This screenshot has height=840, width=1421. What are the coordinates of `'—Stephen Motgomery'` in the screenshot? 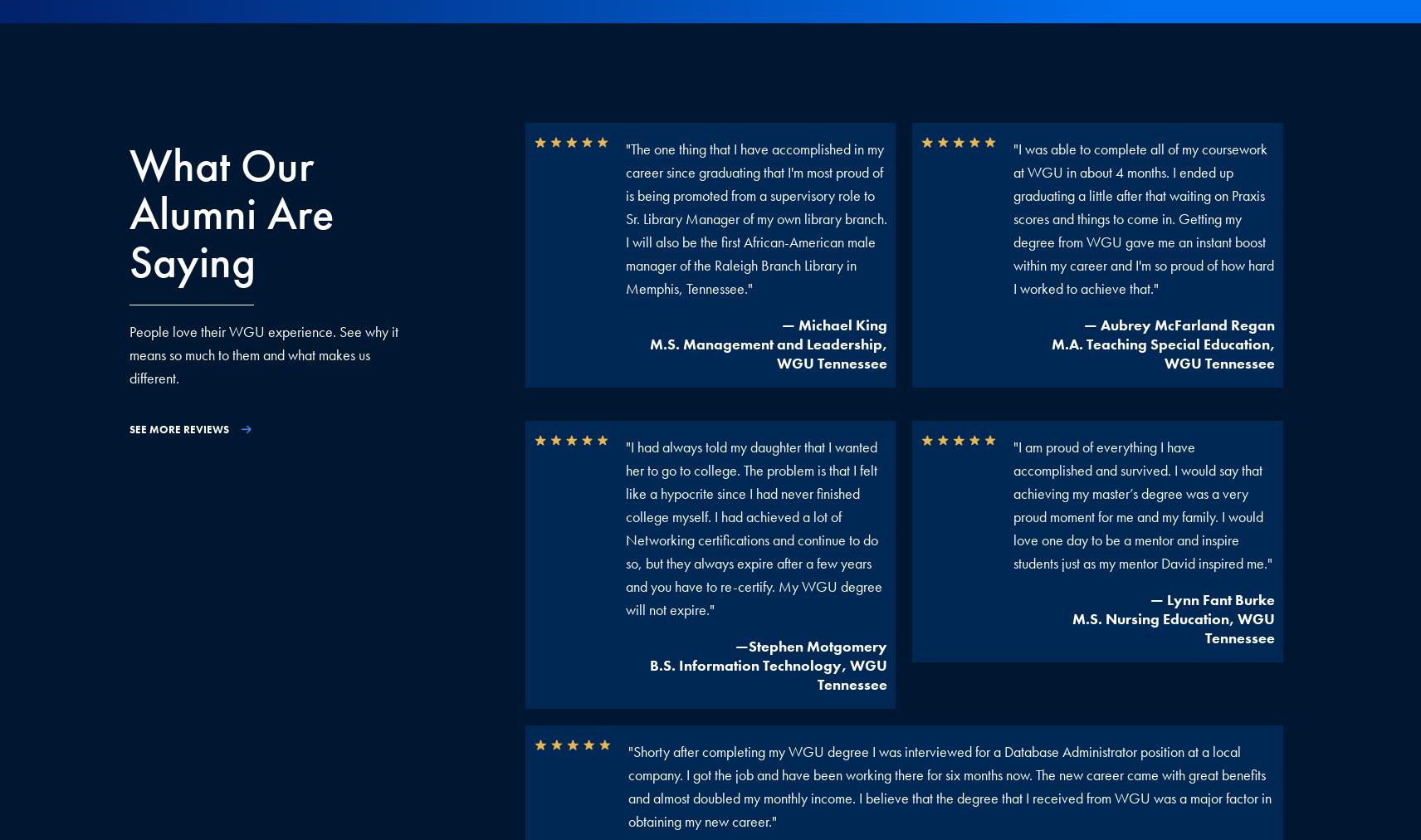 It's located at (734, 645).